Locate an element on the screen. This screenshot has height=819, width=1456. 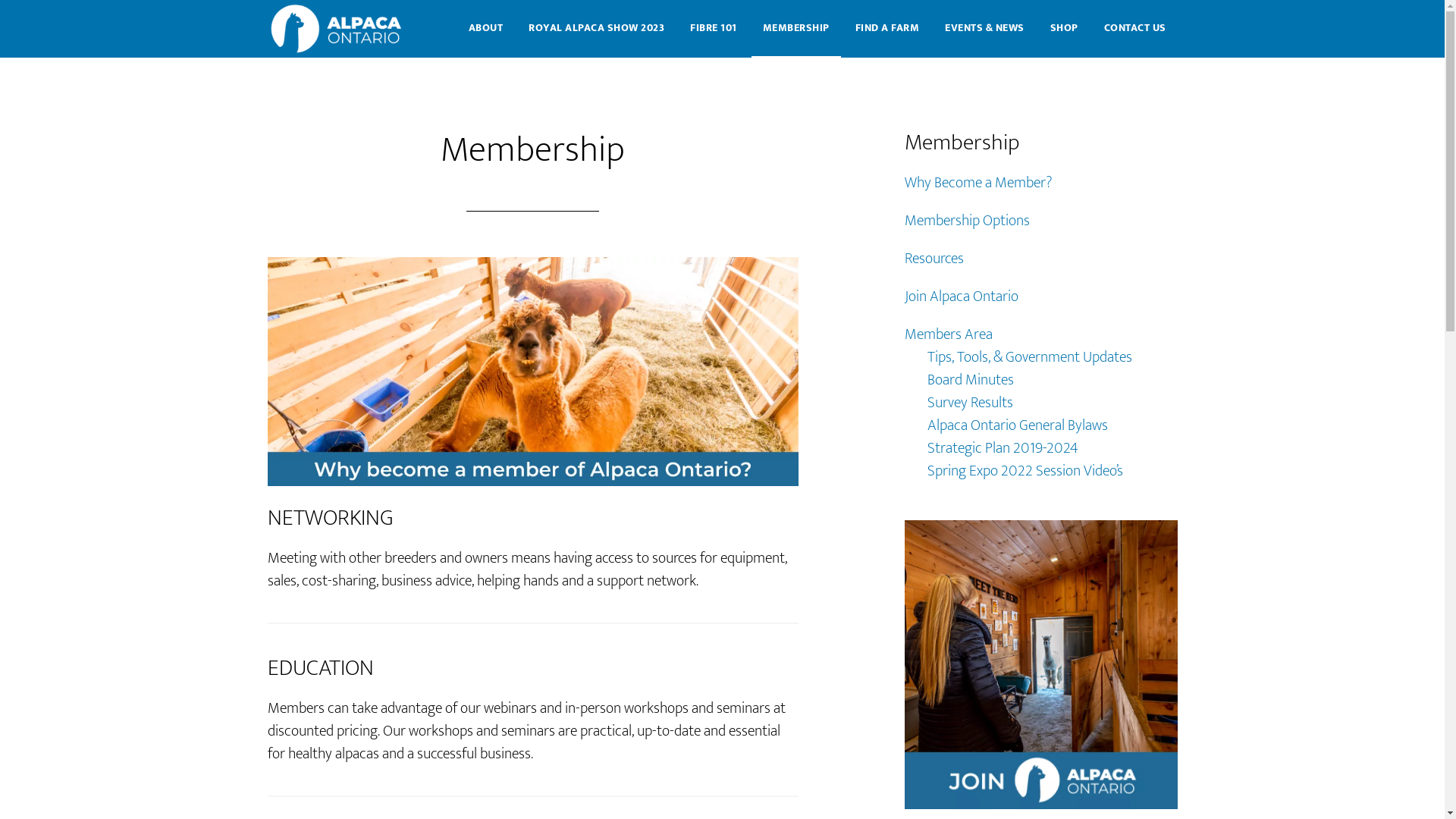
'ALPACA ONTARIO' is located at coordinates (337, 29).